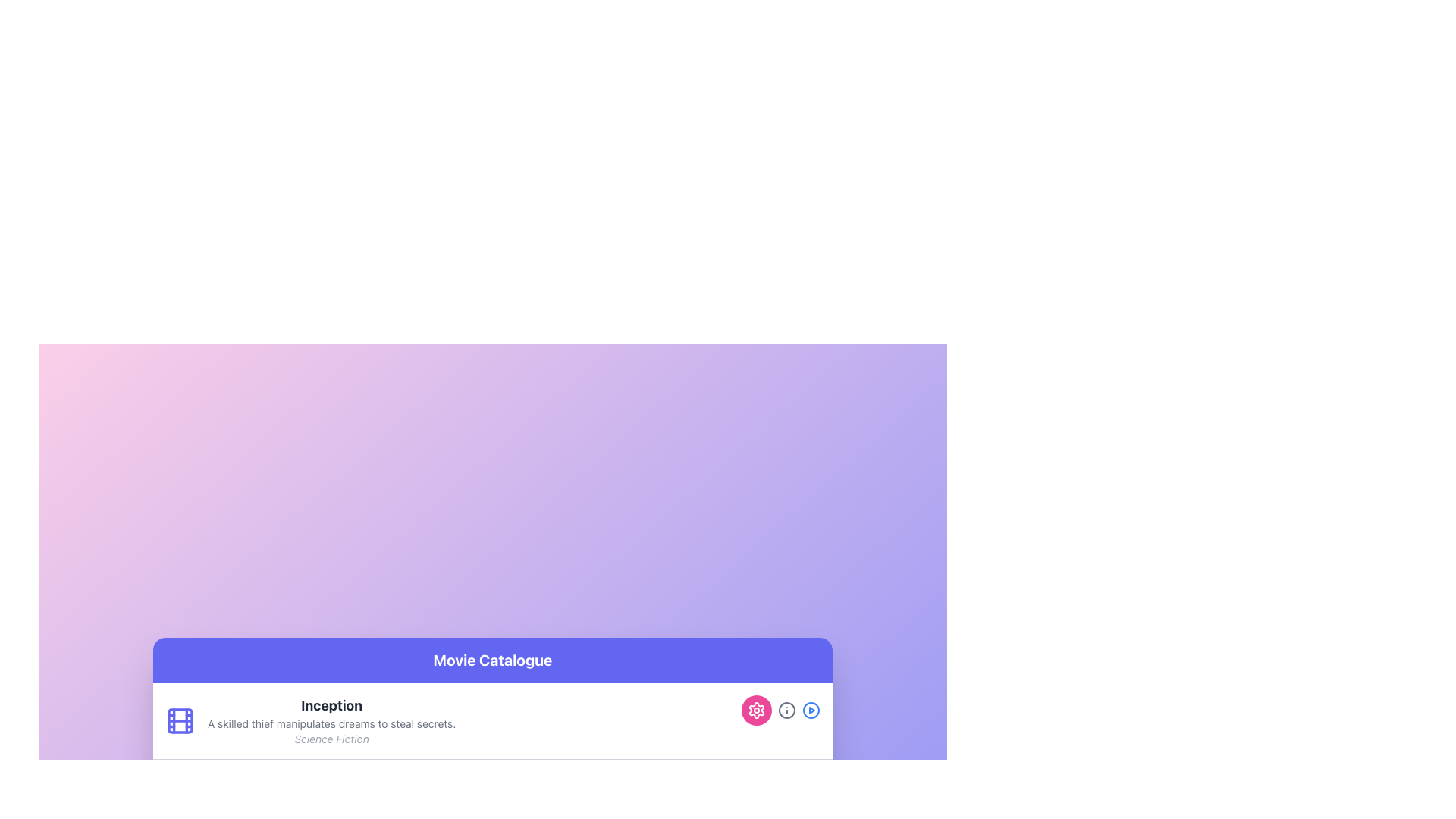 Image resolution: width=1456 pixels, height=819 pixels. I want to click on the central circular shape within the SVG graphic, which serves as a decorative or functional part of an icon, so click(786, 710).